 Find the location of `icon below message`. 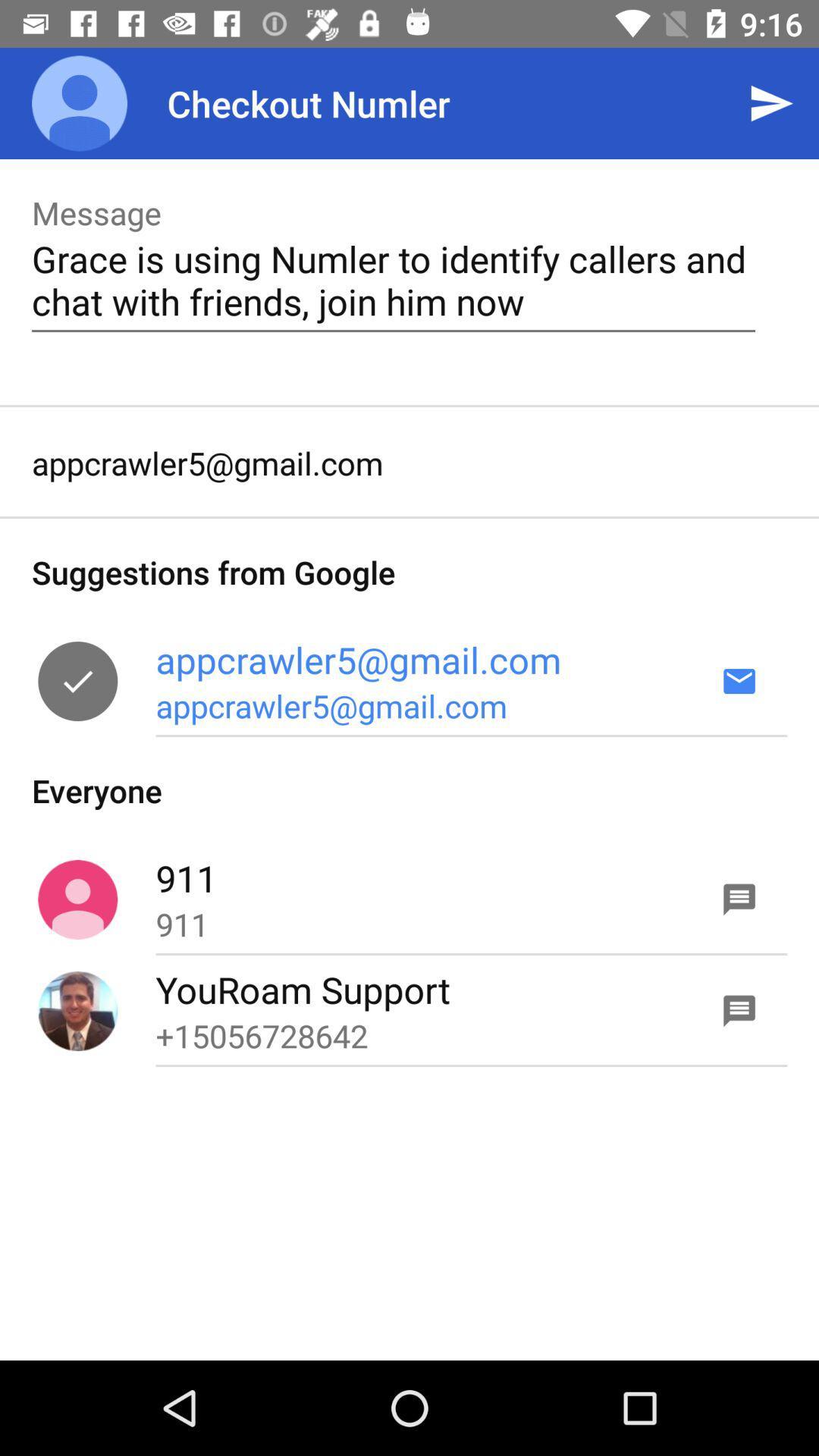

icon below message is located at coordinates (393, 280).